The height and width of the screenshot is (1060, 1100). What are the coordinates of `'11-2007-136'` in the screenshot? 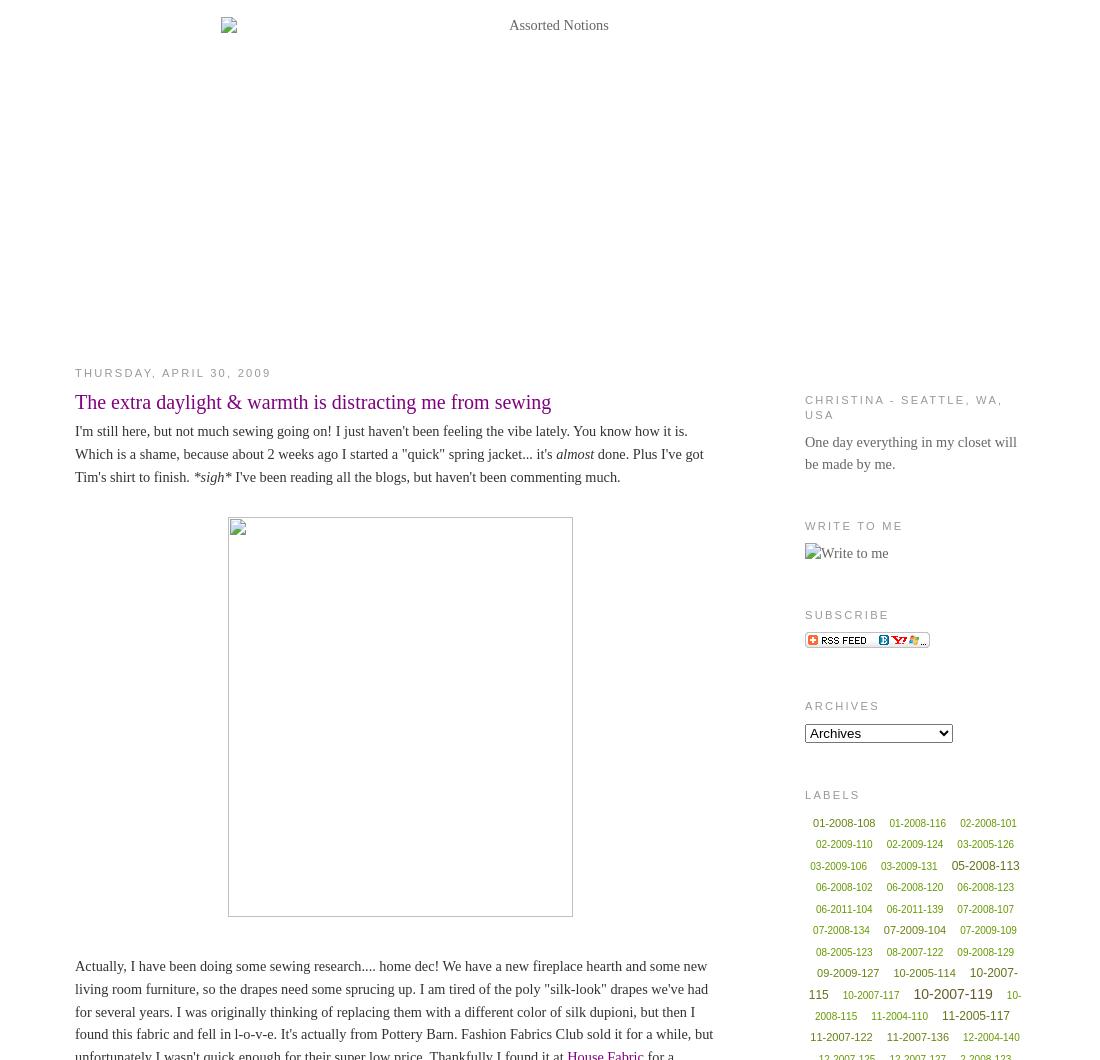 It's located at (885, 1035).